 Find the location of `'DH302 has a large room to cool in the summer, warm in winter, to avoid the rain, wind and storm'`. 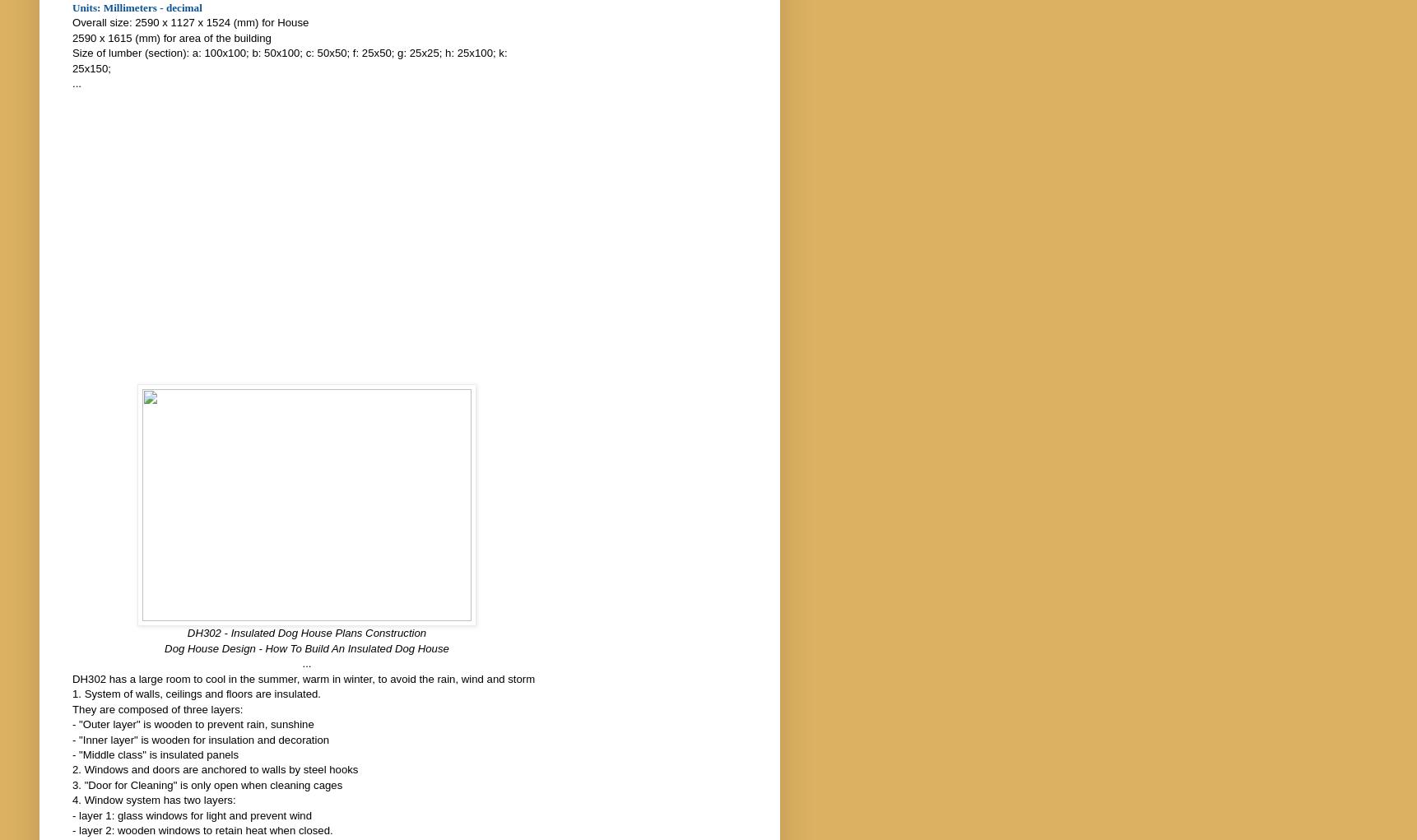

'DH302 has a large room to cool in the summer, warm in winter, to avoid the rain, wind and storm' is located at coordinates (71, 677).